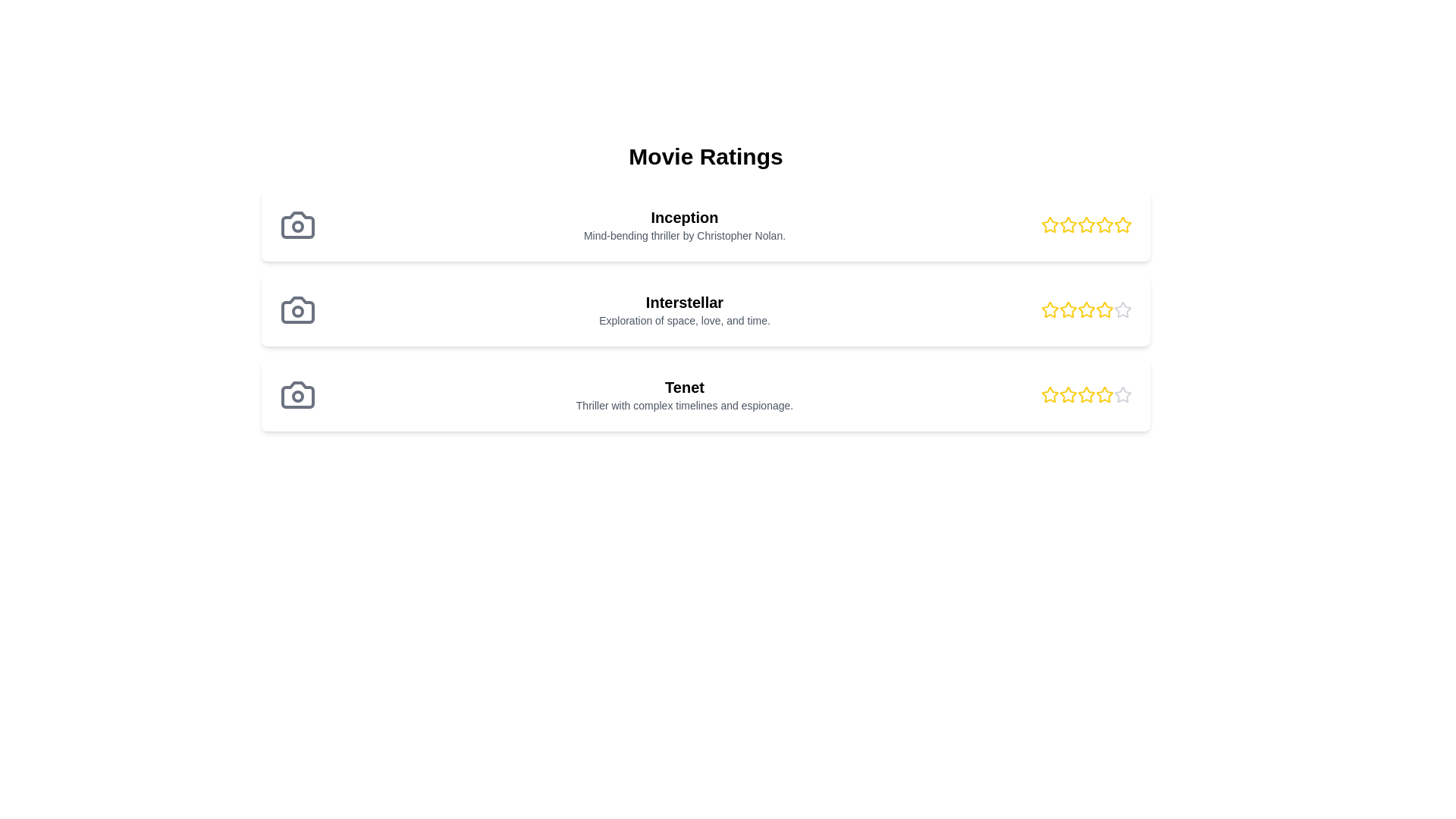  What do you see at coordinates (1123, 394) in the screenshot?
I see `the sixth rating star icon for the movie 'Tenet'` at bounding box center [1123, 394].